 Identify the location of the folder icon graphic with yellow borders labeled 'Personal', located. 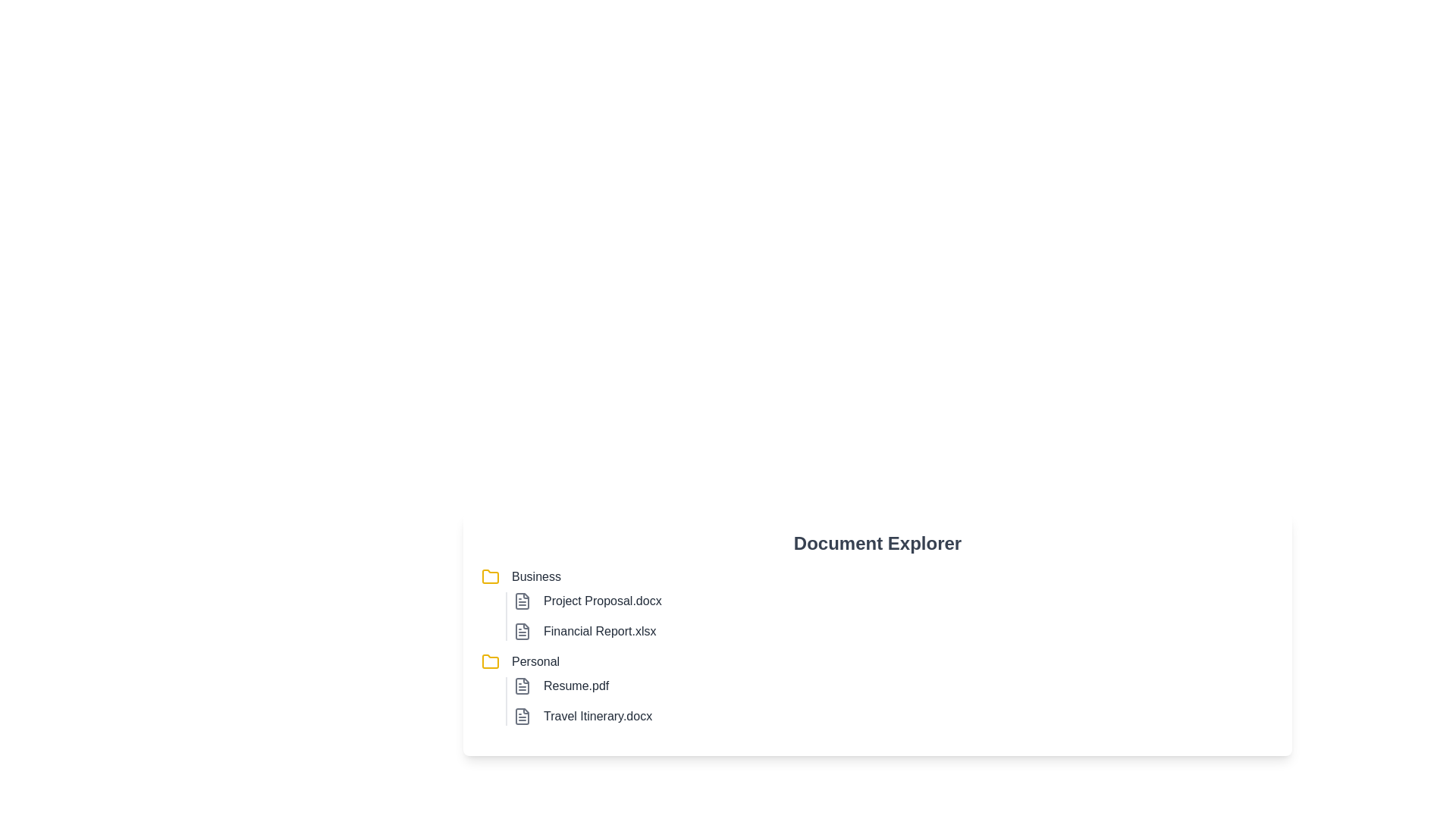
(491, 661).